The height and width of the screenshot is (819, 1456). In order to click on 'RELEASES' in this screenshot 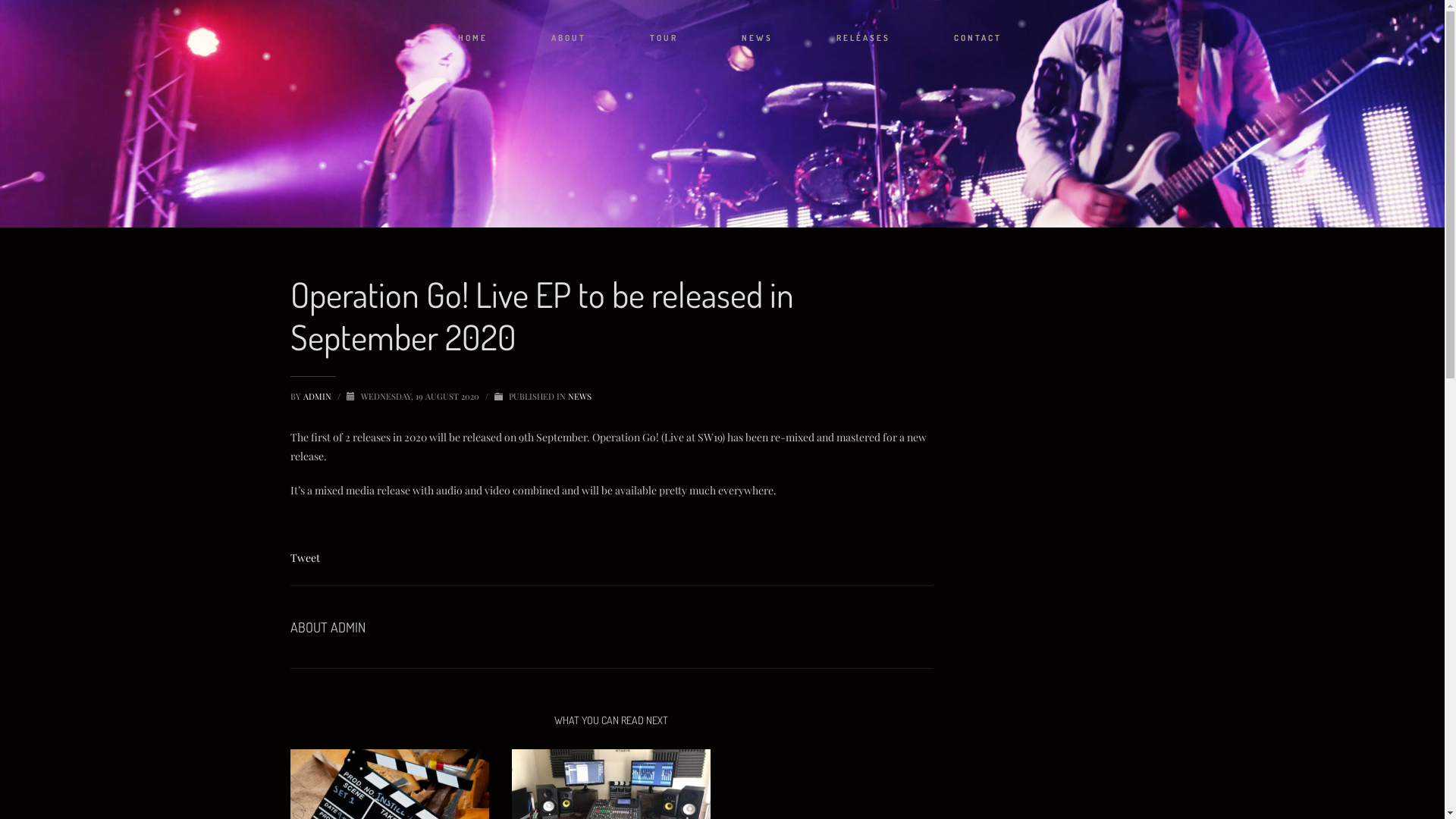, I will do `click(863, 37)`.